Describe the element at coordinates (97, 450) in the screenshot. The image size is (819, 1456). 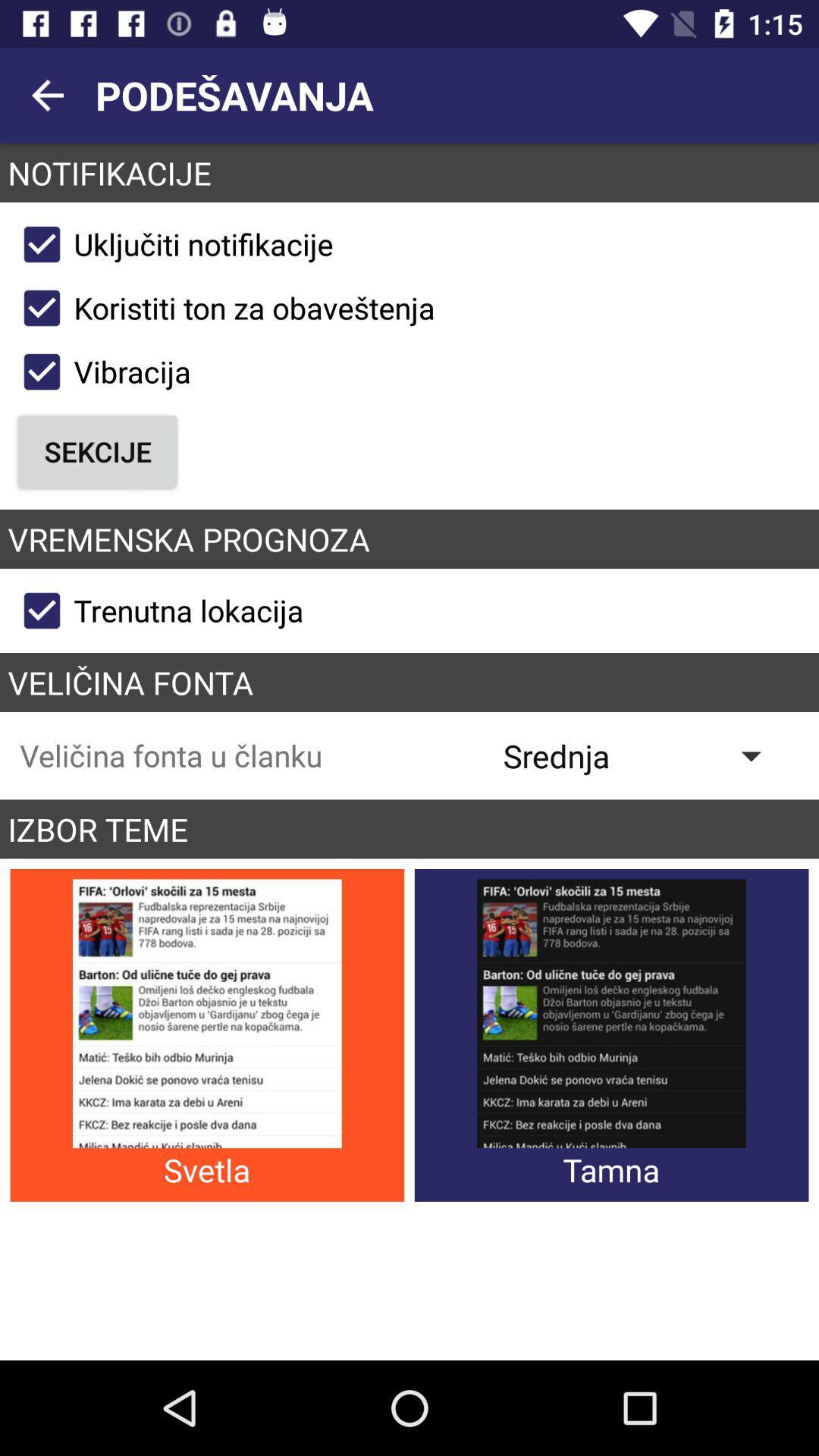
I see `icon below vibracija checkbox` at that location.